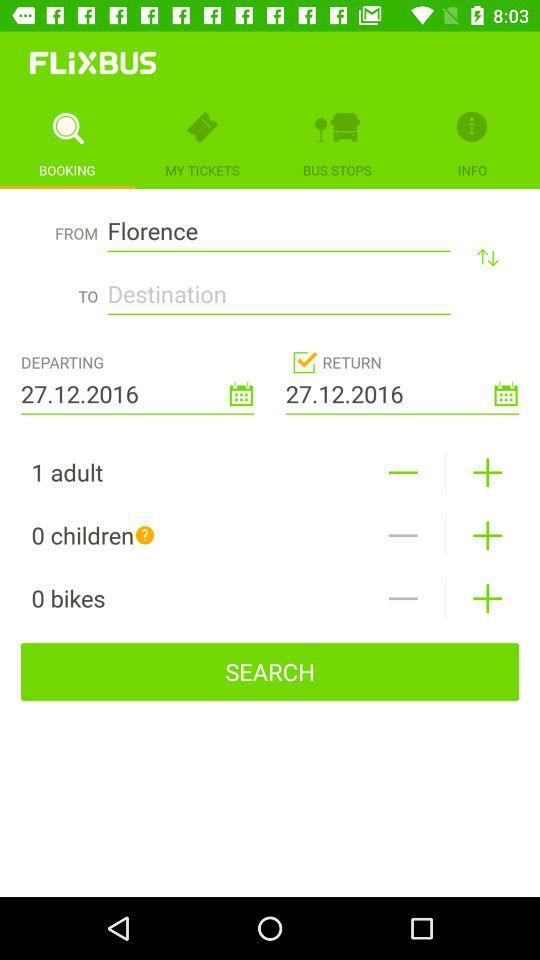 Image resolution: width=540 pixels, height=960 pixels. I want to click on minus one adult in booking, so click(403, 472).